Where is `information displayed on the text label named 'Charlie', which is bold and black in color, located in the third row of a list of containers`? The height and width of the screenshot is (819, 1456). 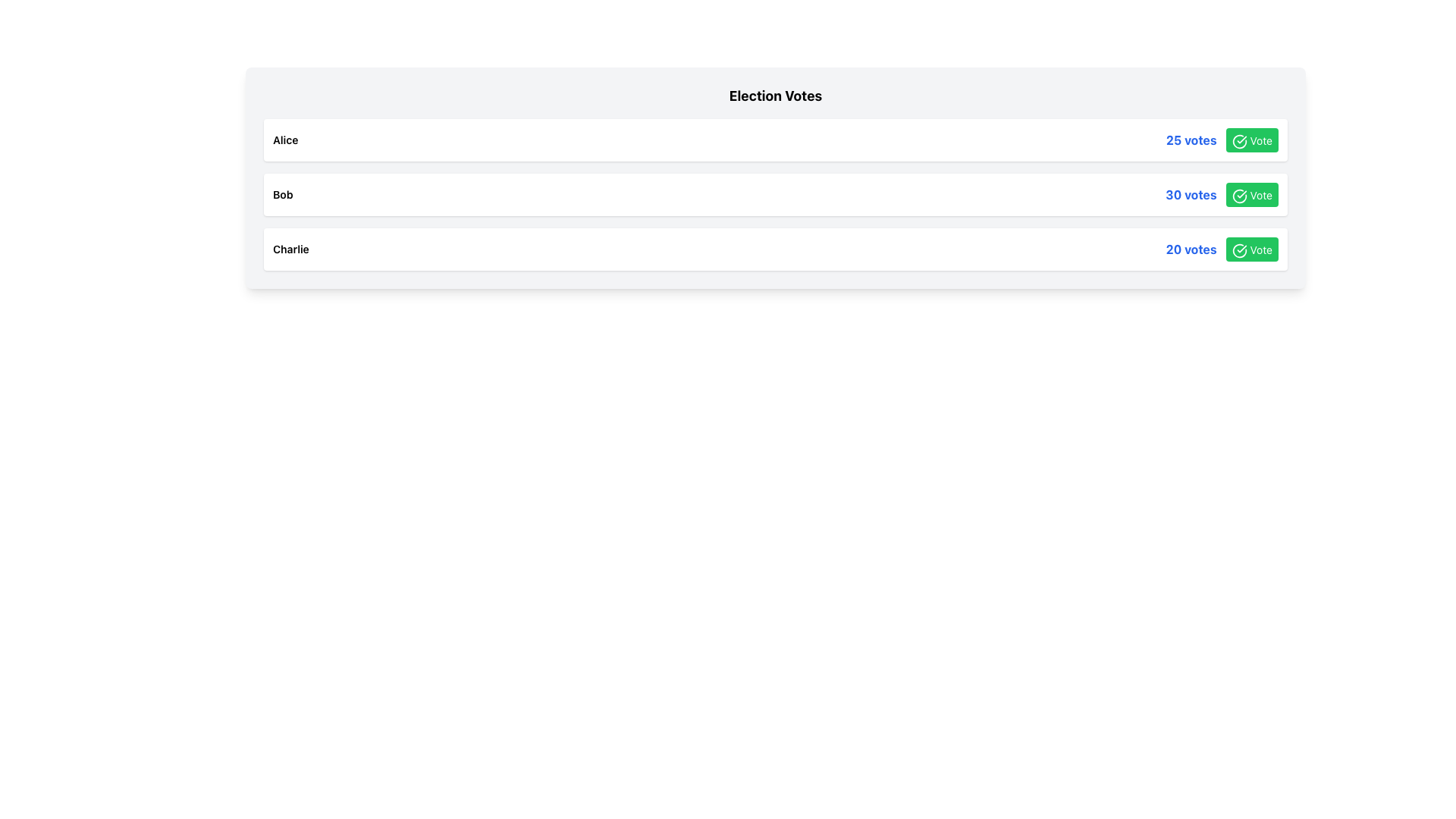 information displayed on the text label named 'Charlie', which is bold and black in color, located in the third row of a list of containers is located at coordinates (291, 248).